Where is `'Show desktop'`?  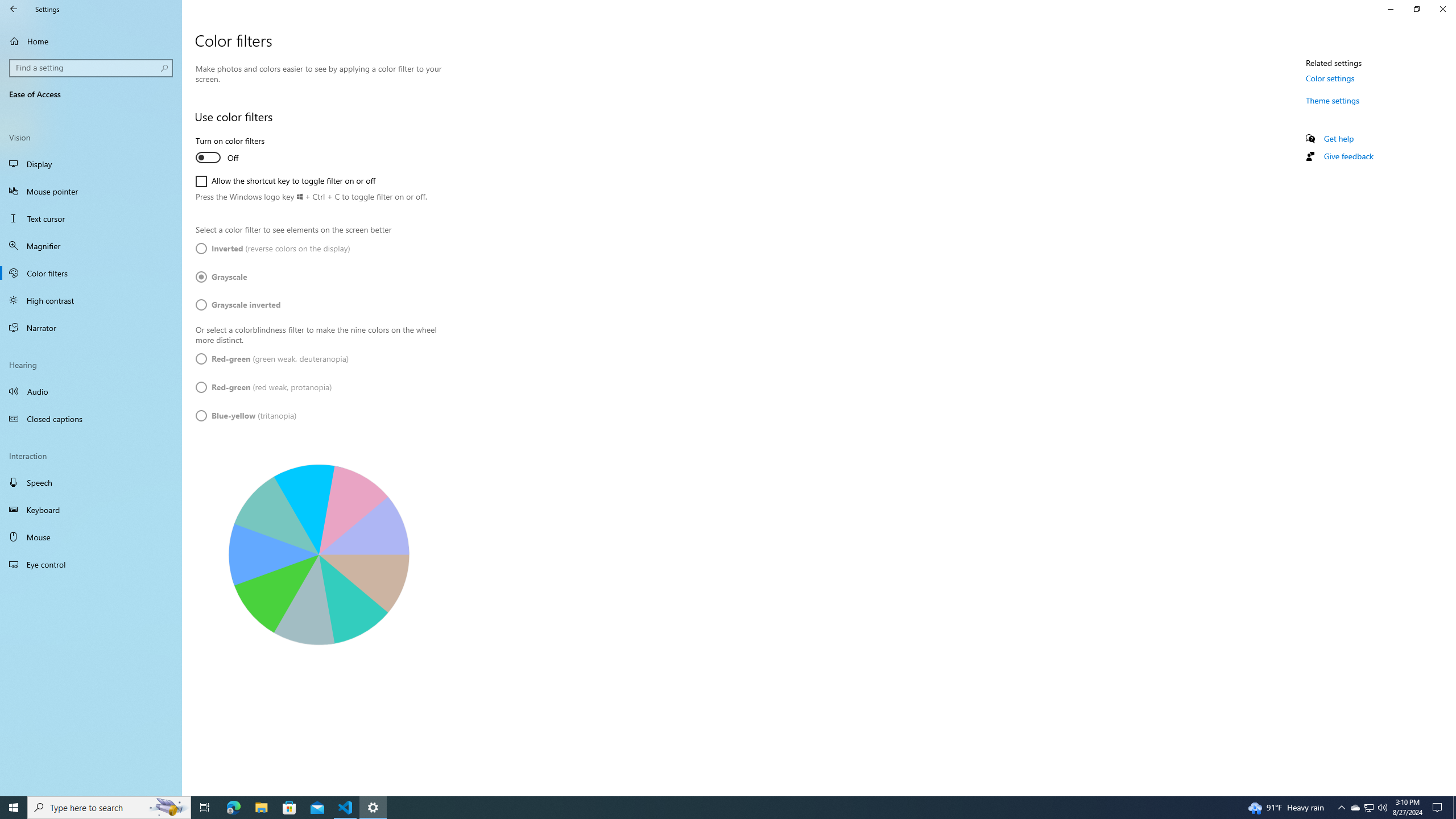 'Show desktop' is located at coordinates (1454, 806).